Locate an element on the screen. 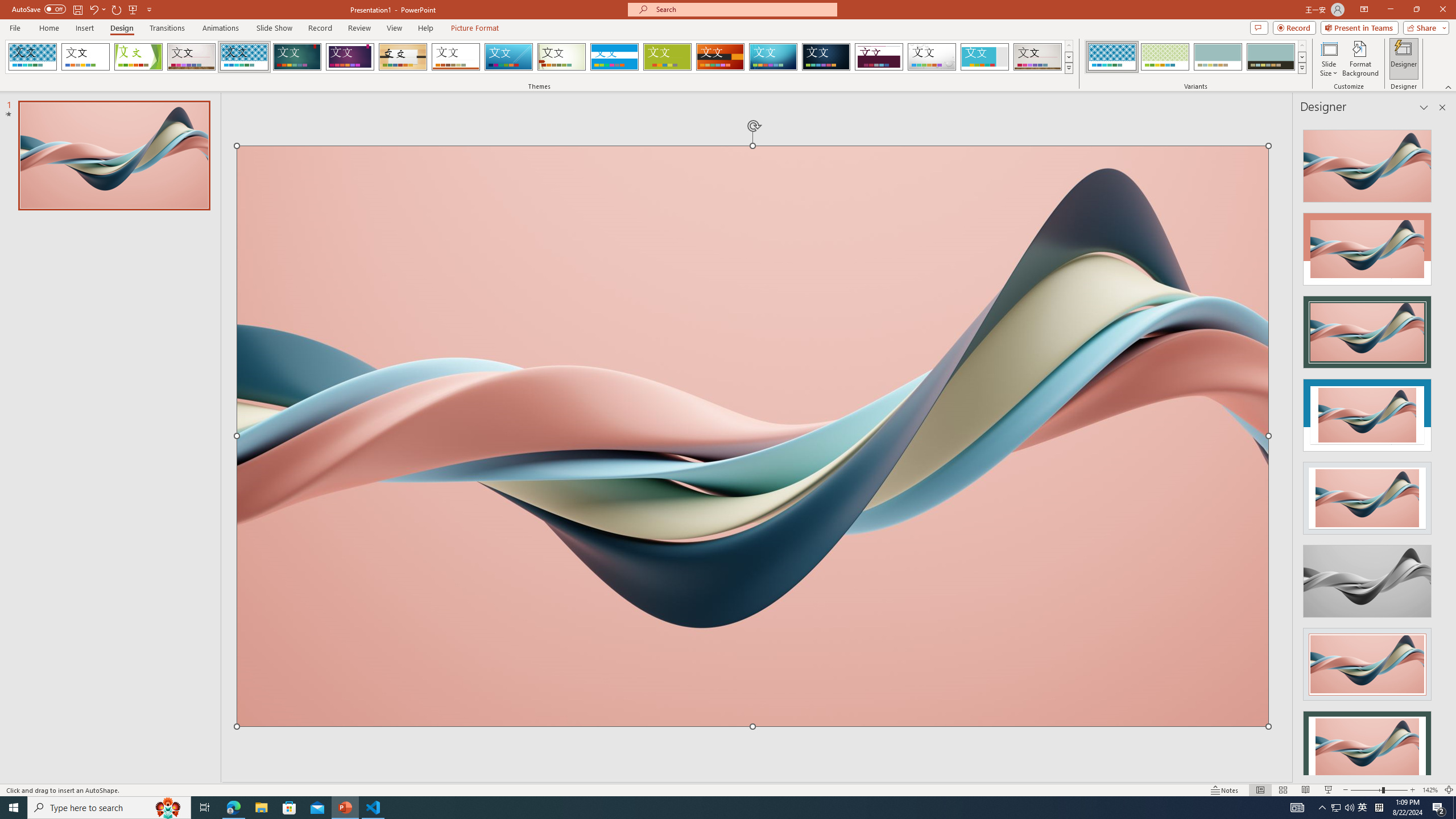 This screenshot has height=819, width=1456. 'Dividend' is located at coordinates (879, 56).